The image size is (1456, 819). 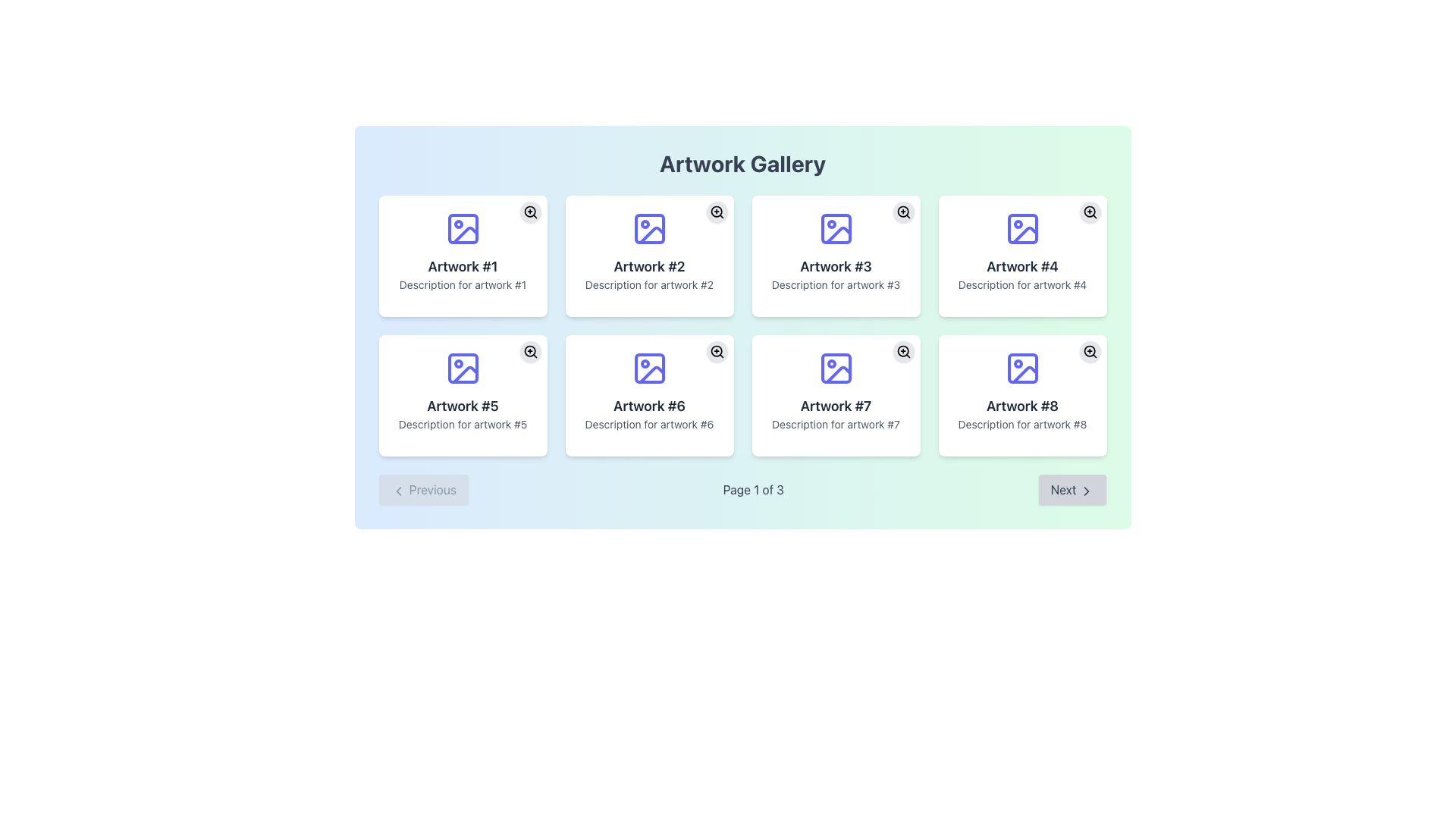 What do you see at coordinates (649, 406) in the screenshot?
I see `text from the bold heading labeled 'Artwork #6' located at the top-center of the sixth card in the grid layout` at bounding box center [649, 406].